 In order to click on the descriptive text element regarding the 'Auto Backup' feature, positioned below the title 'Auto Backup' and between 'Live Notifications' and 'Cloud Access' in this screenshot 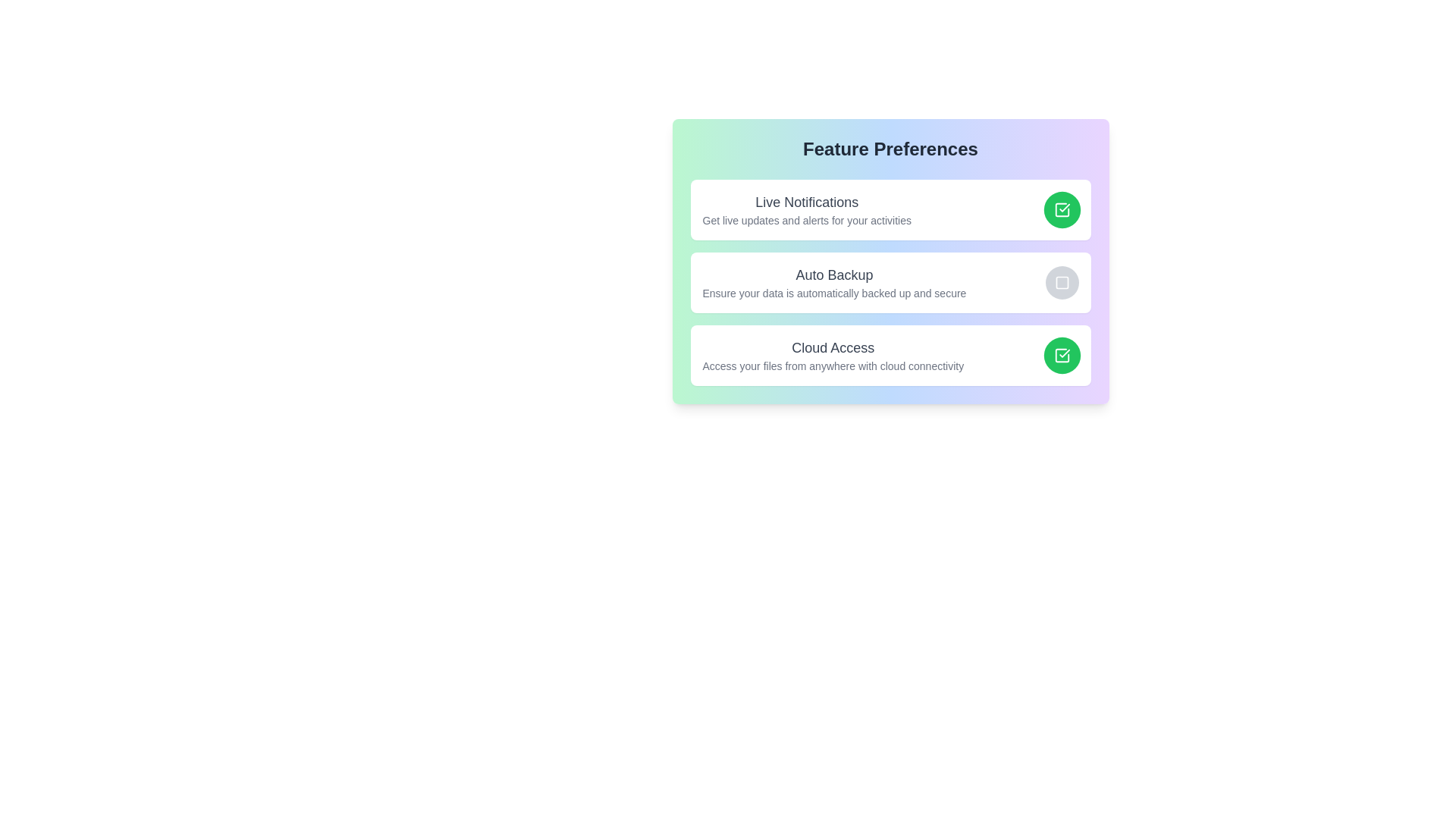, I will do `click(833, 293)`.